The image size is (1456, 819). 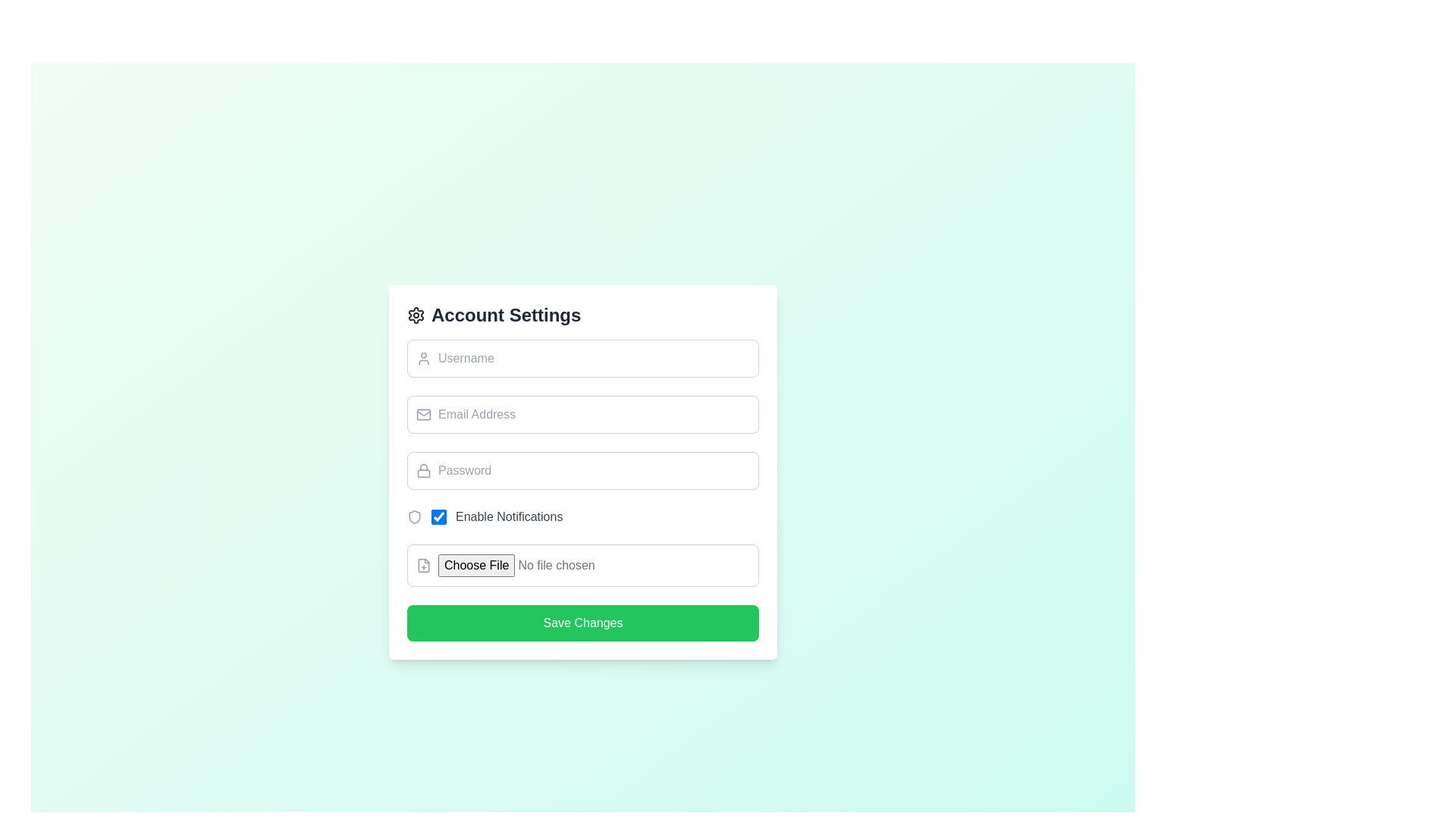 What do you see at coordinates (423, 415) in the screenshot?
I see `the Decorative Icon of an envelope, which symbolizes mail, located to the left of the 'Email Address' input field` at bounding box center [423, 415].